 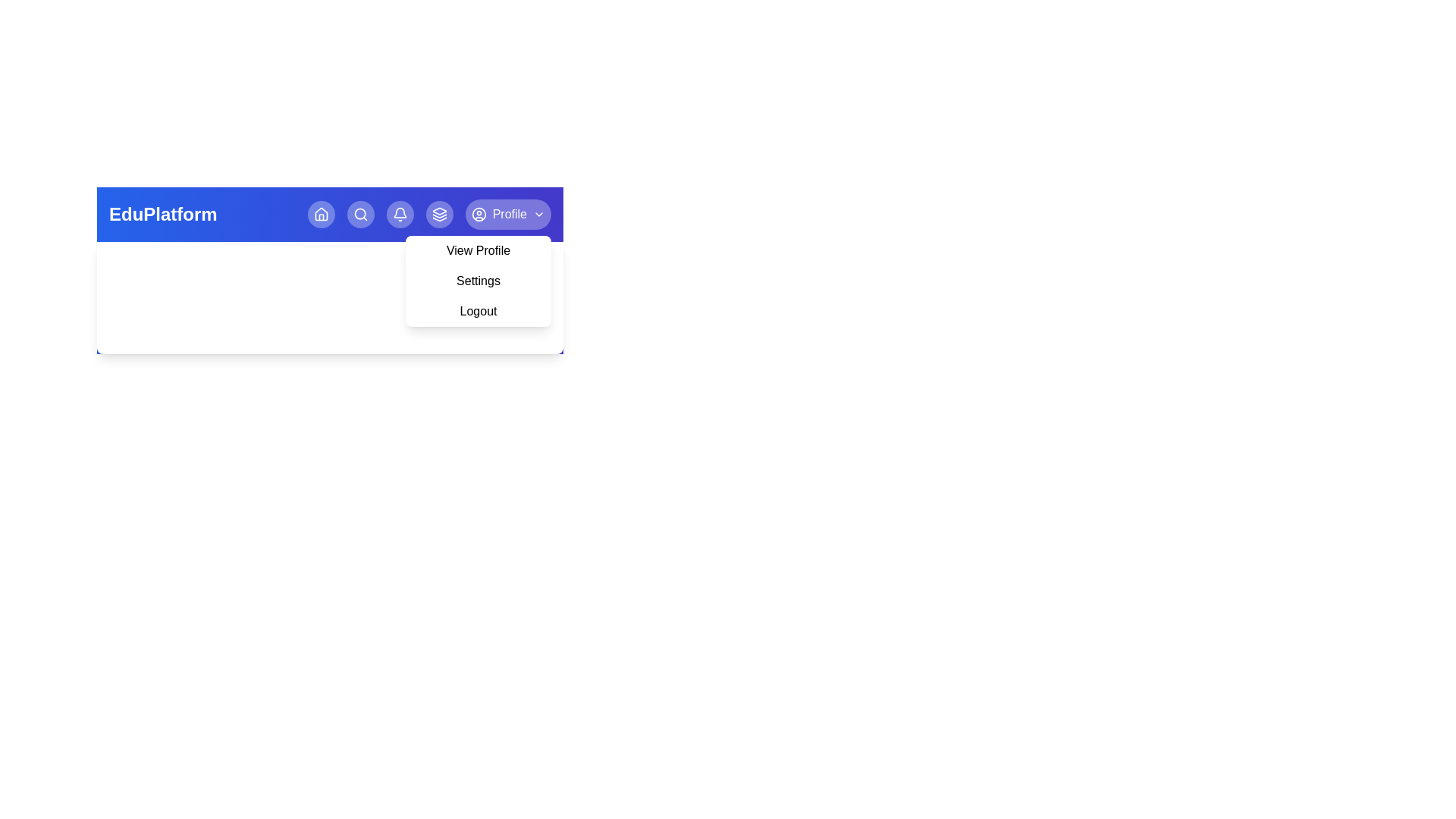 I want to click on the profile menu button to open the dropdown menu, so click(x=508, y=214).